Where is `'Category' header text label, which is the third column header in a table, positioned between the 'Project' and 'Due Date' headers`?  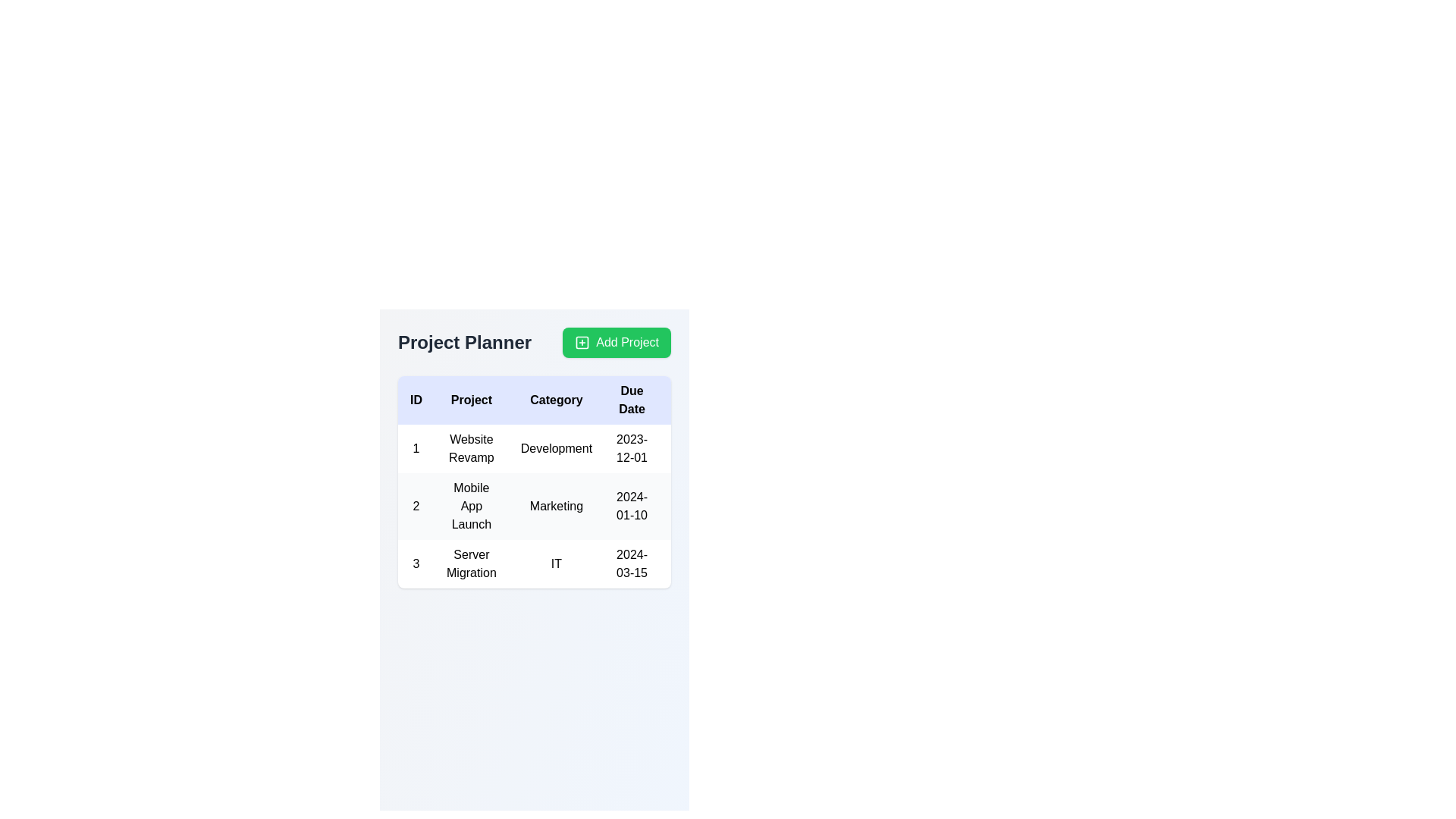 'Category' header text label, which is the third column header in a table, positioned between the 'Project' and 'Due Date' headers is located at coordinates (556, 400).